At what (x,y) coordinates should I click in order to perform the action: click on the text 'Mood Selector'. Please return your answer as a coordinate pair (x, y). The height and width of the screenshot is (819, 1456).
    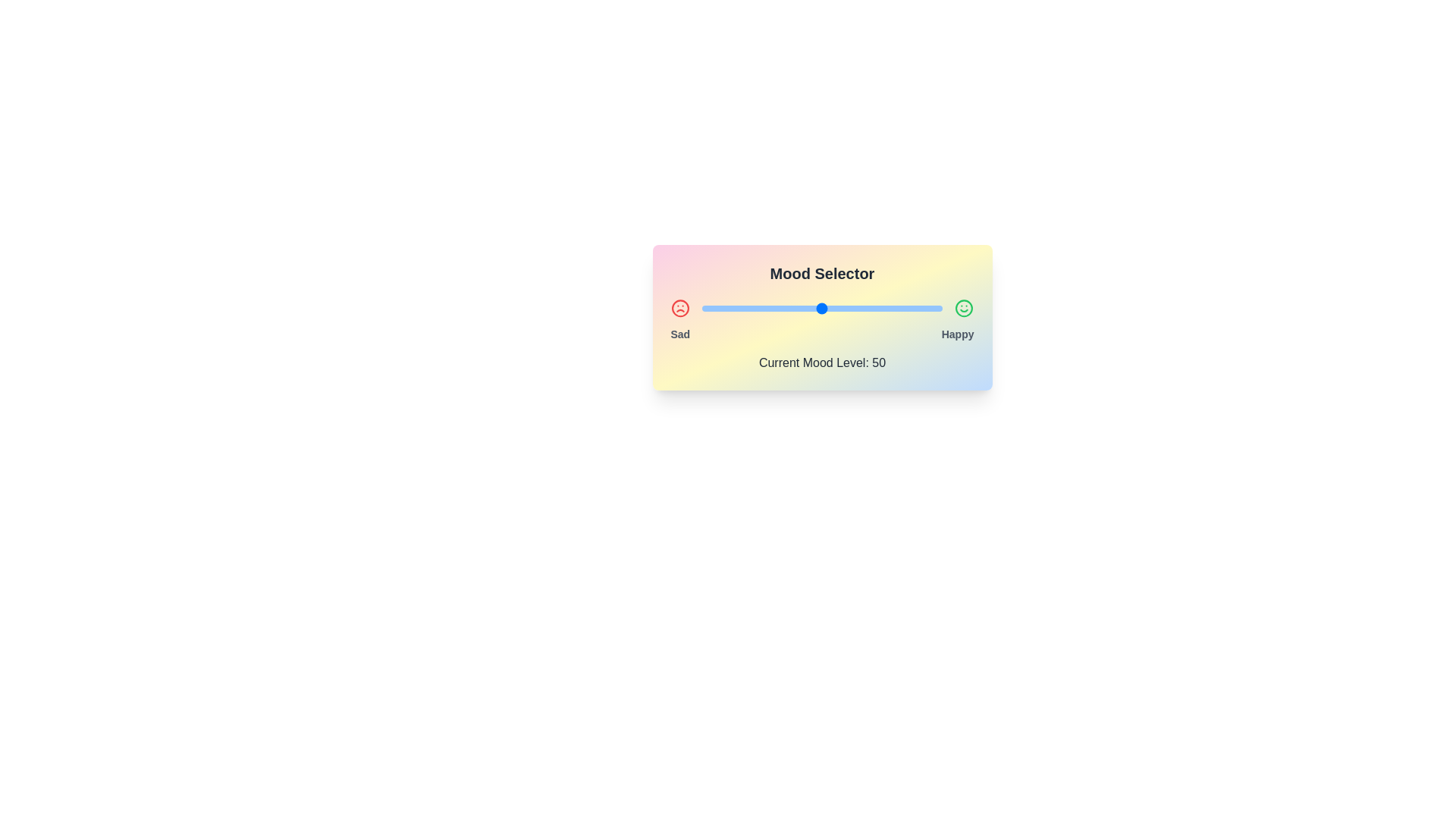
    Looking at the image, I should click on (821, 274).